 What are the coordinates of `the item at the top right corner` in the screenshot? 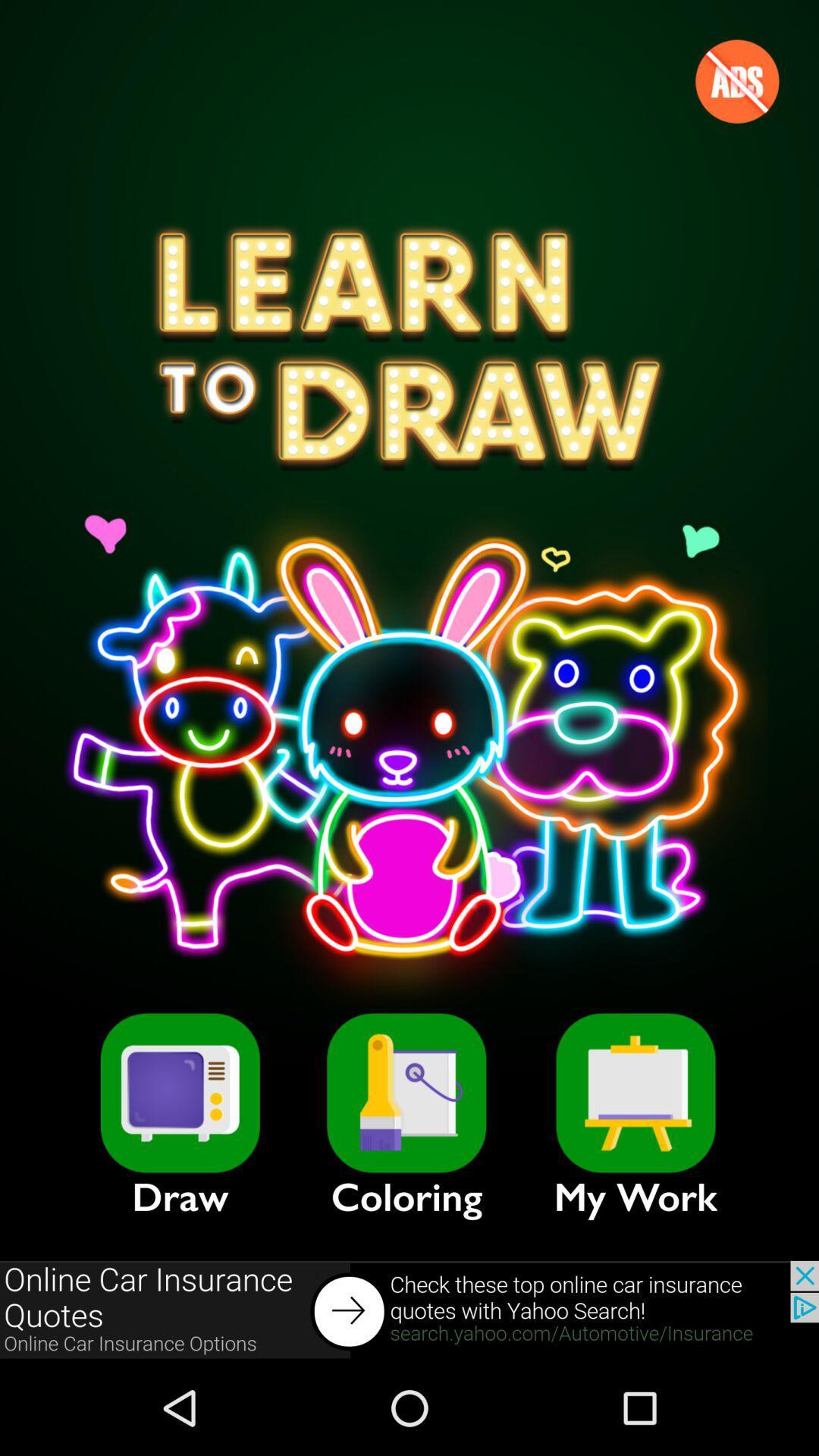 It's located at (736, 80).